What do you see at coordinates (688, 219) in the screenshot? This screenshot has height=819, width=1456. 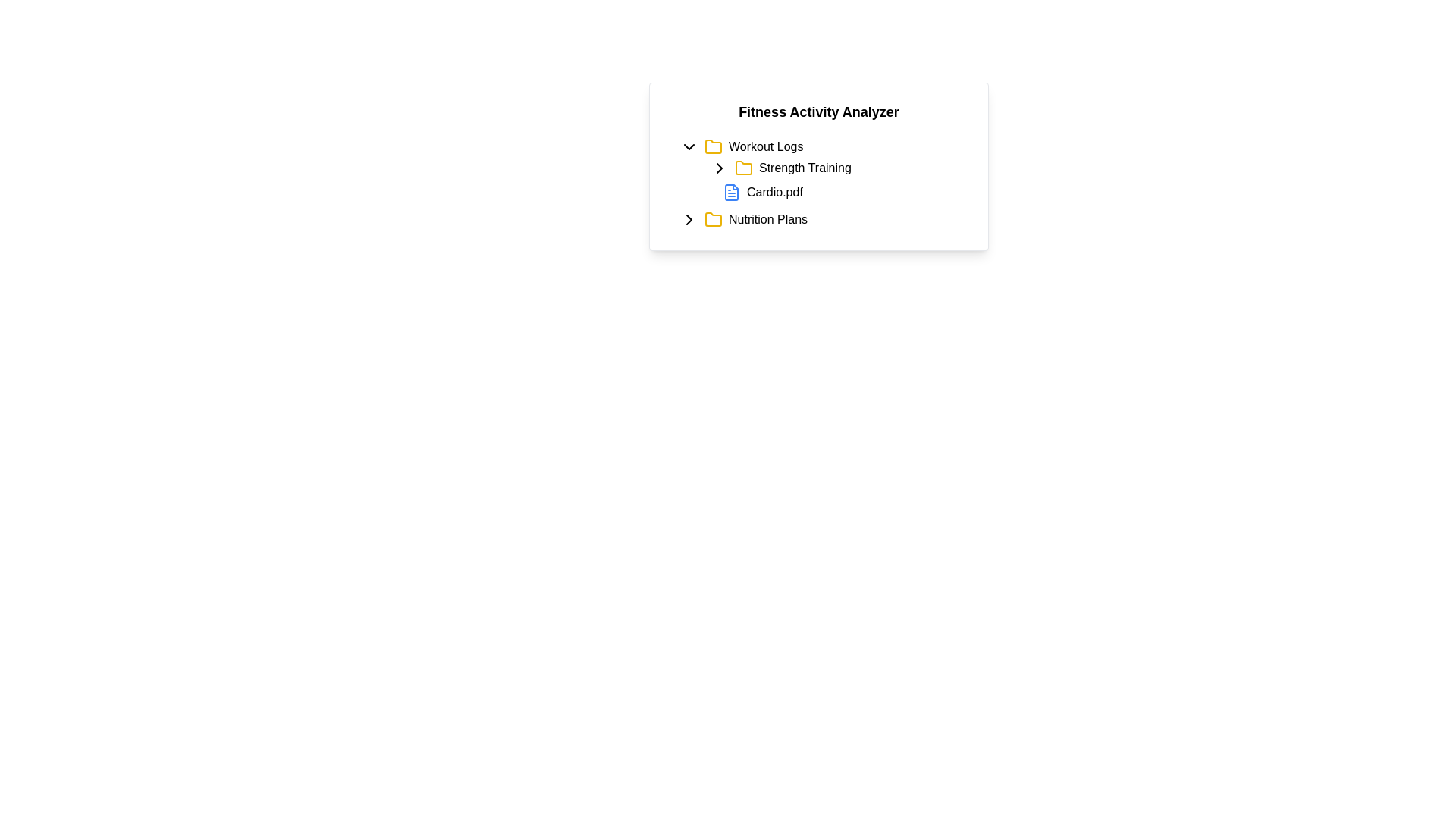 I see `the right-facing chevron icon button located to the left of the text 'Nutrition Plans'` at bounding box center [688, 219].